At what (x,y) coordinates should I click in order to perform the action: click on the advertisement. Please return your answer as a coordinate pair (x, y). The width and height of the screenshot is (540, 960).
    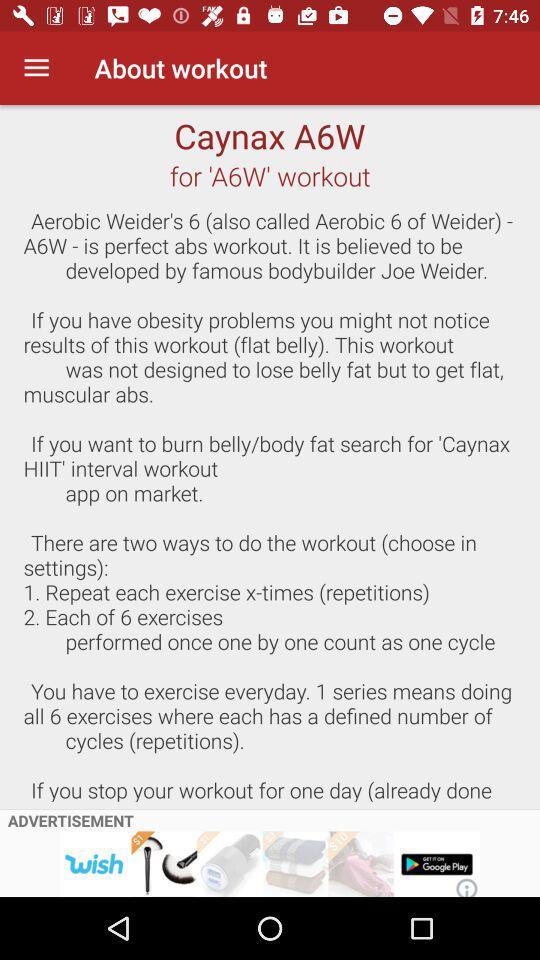
    Looking at the image, I should click on (270, 863).